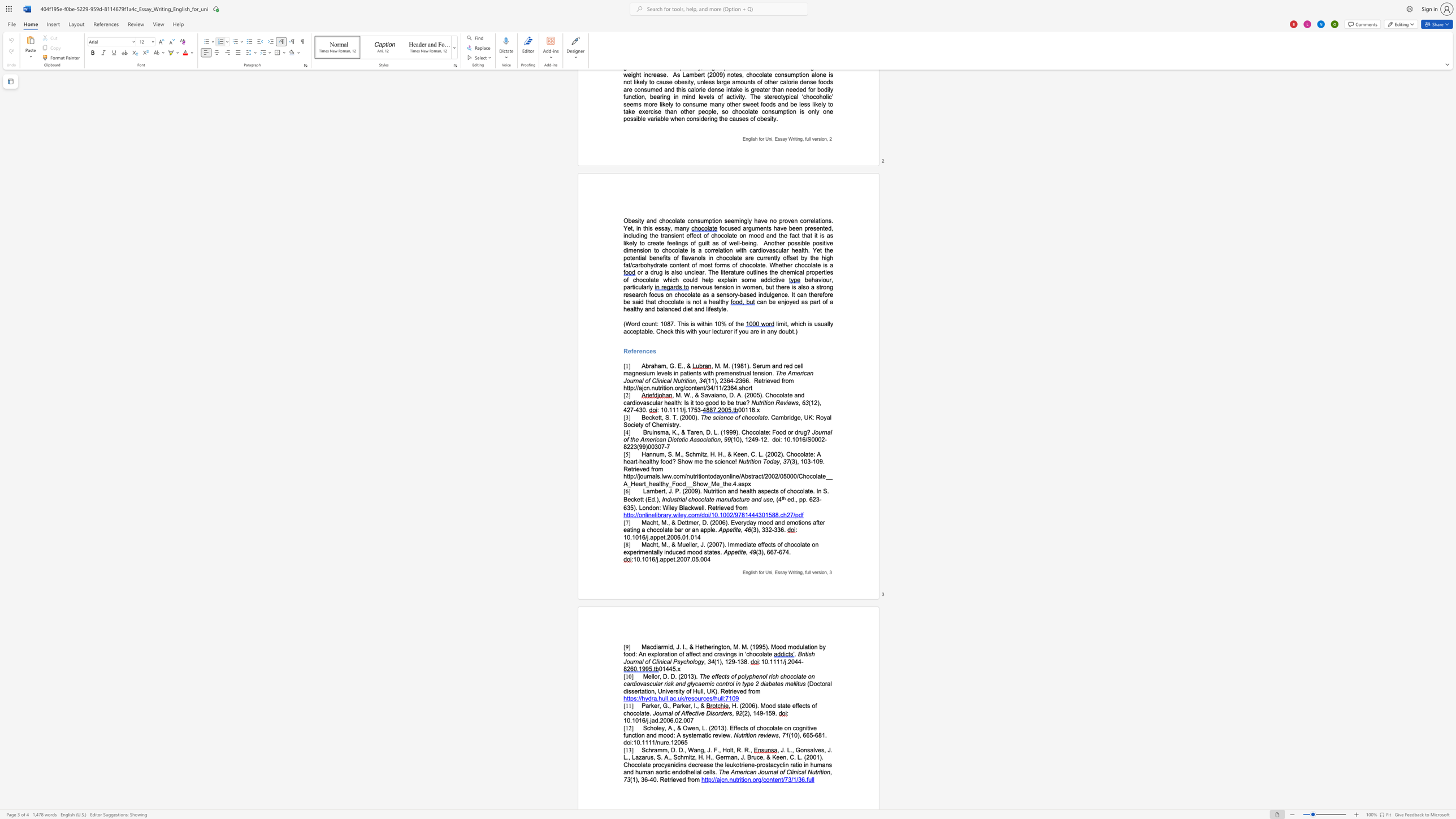 The width and height of the screenshot is (1456, 819). I want to click on the 2th character "r" in the text, so click(713, 490).